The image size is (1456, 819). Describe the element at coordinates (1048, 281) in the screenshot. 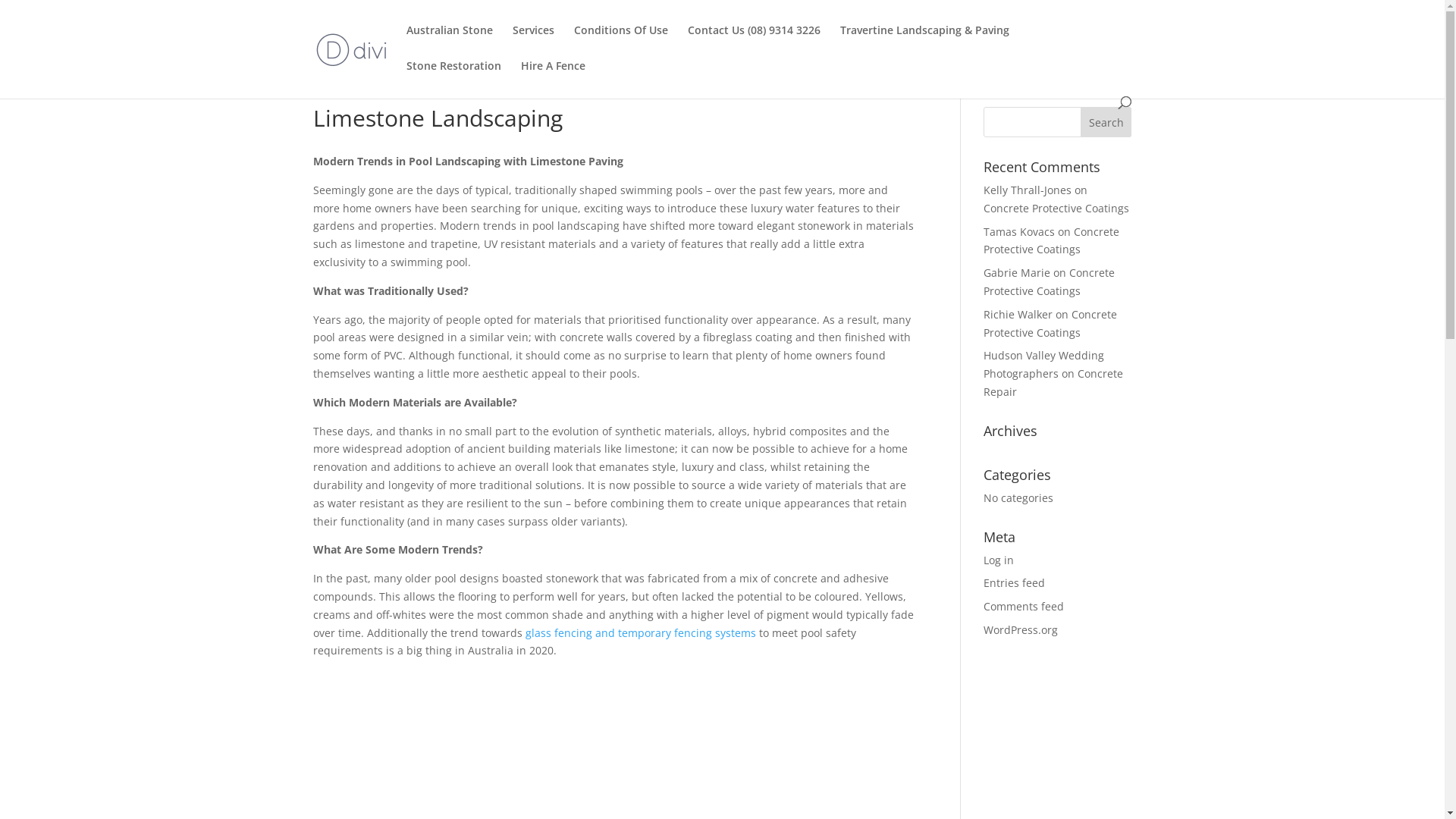

I see `'Concrete Protective Coatings'` at that location.